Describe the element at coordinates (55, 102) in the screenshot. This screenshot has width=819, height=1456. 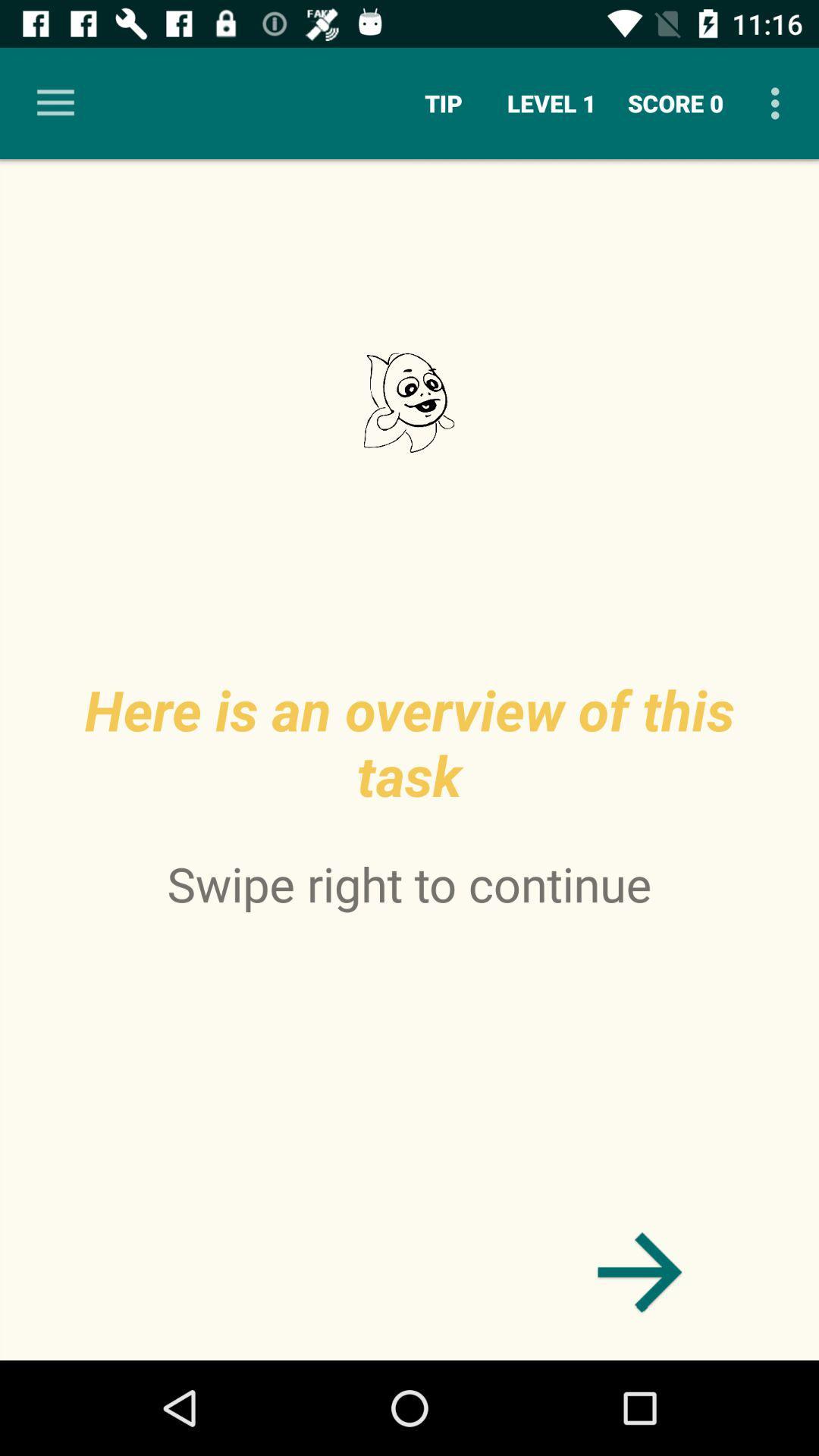
I see `the icon at the top left corner` at that location.